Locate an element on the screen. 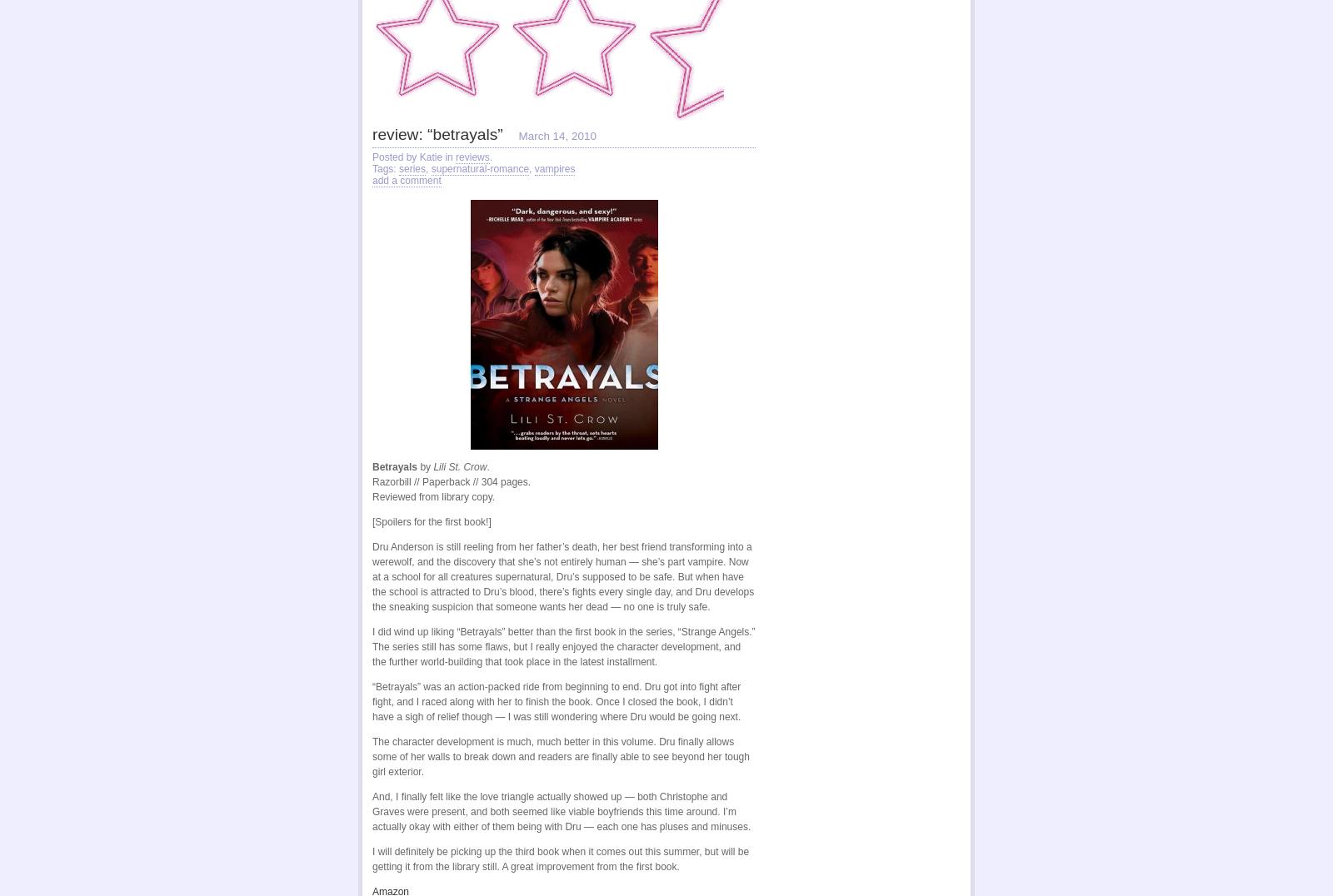  'add a comment' is located at coordinates (406, 180).